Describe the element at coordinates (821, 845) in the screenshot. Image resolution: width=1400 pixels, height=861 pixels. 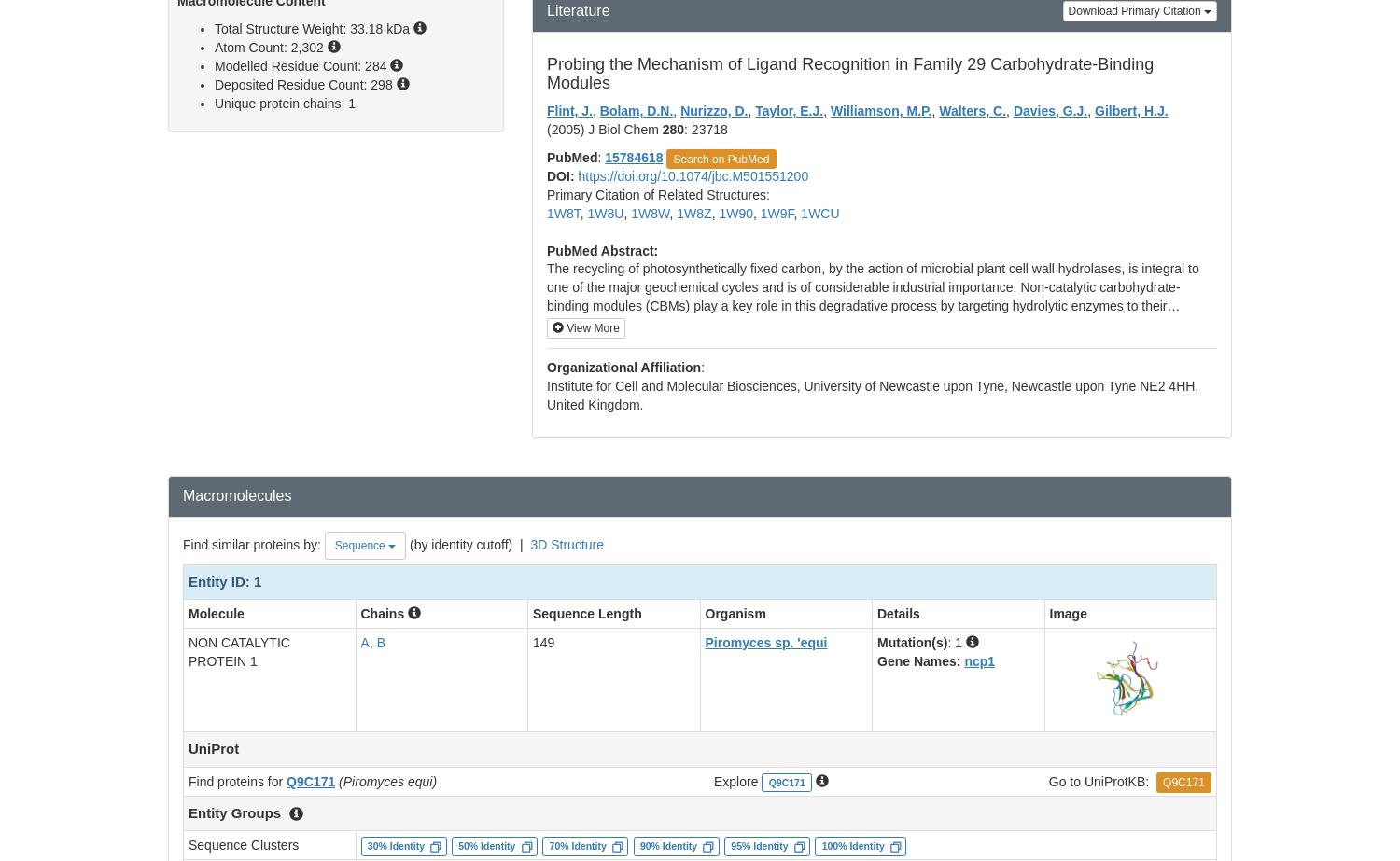
I see `'100% Identity'` at that location.